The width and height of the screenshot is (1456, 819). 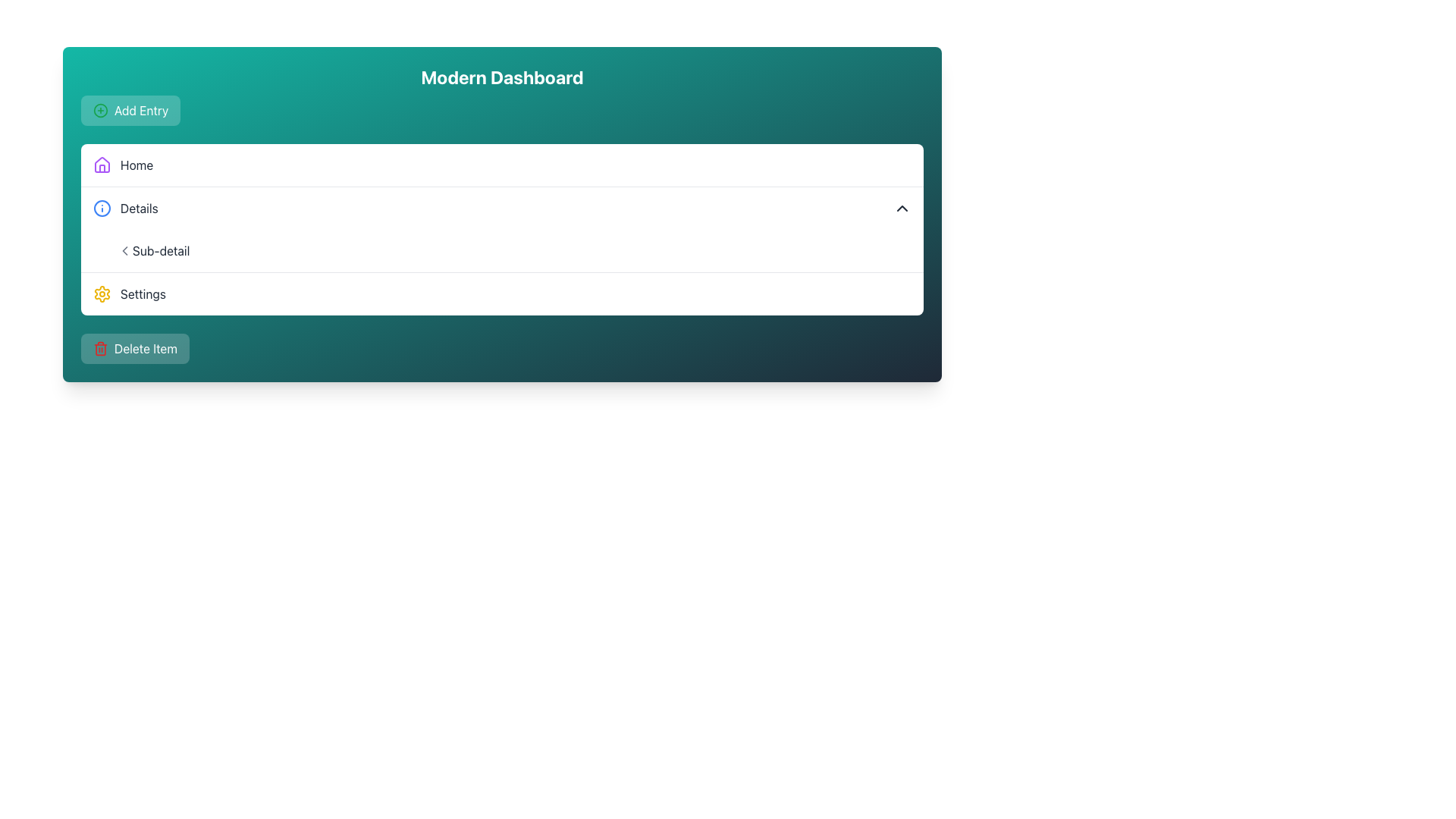 What do you see at coordinates (124, 250) in the screenshot?
I see `the leftward-facing chevron icon located on the right side of the 'Sub-detail' list item` at bounding box center [124, 250].